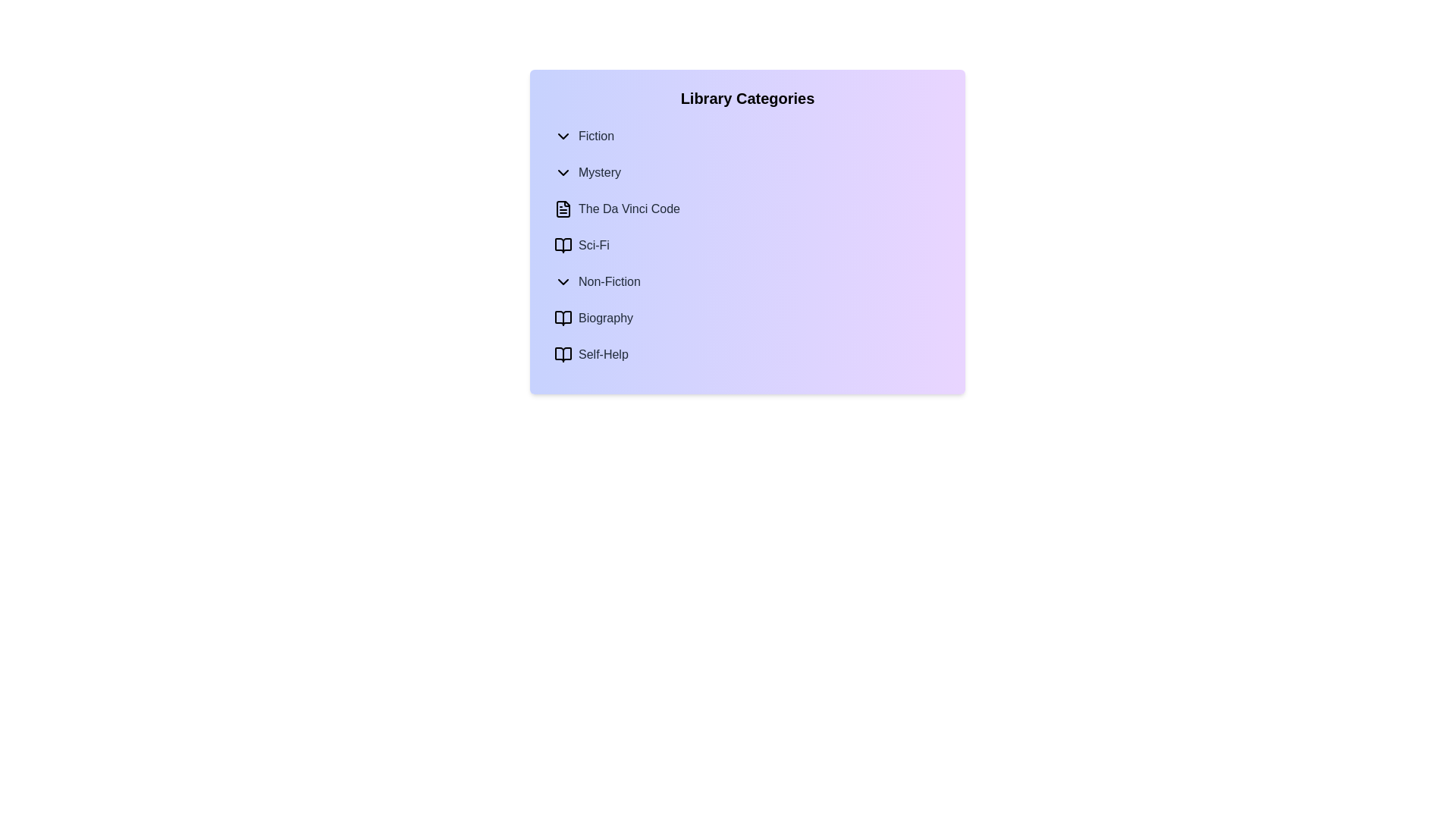 The width and height of the screenshot is (1456, 819). What do you see at coordinates (593, 245) in the screenshot?
I see `the Text Label representing a subcategory in the Library Categories list, which is located to the right of the small 'book' icon under 'Mystery'` at bounding box center [593, 245].